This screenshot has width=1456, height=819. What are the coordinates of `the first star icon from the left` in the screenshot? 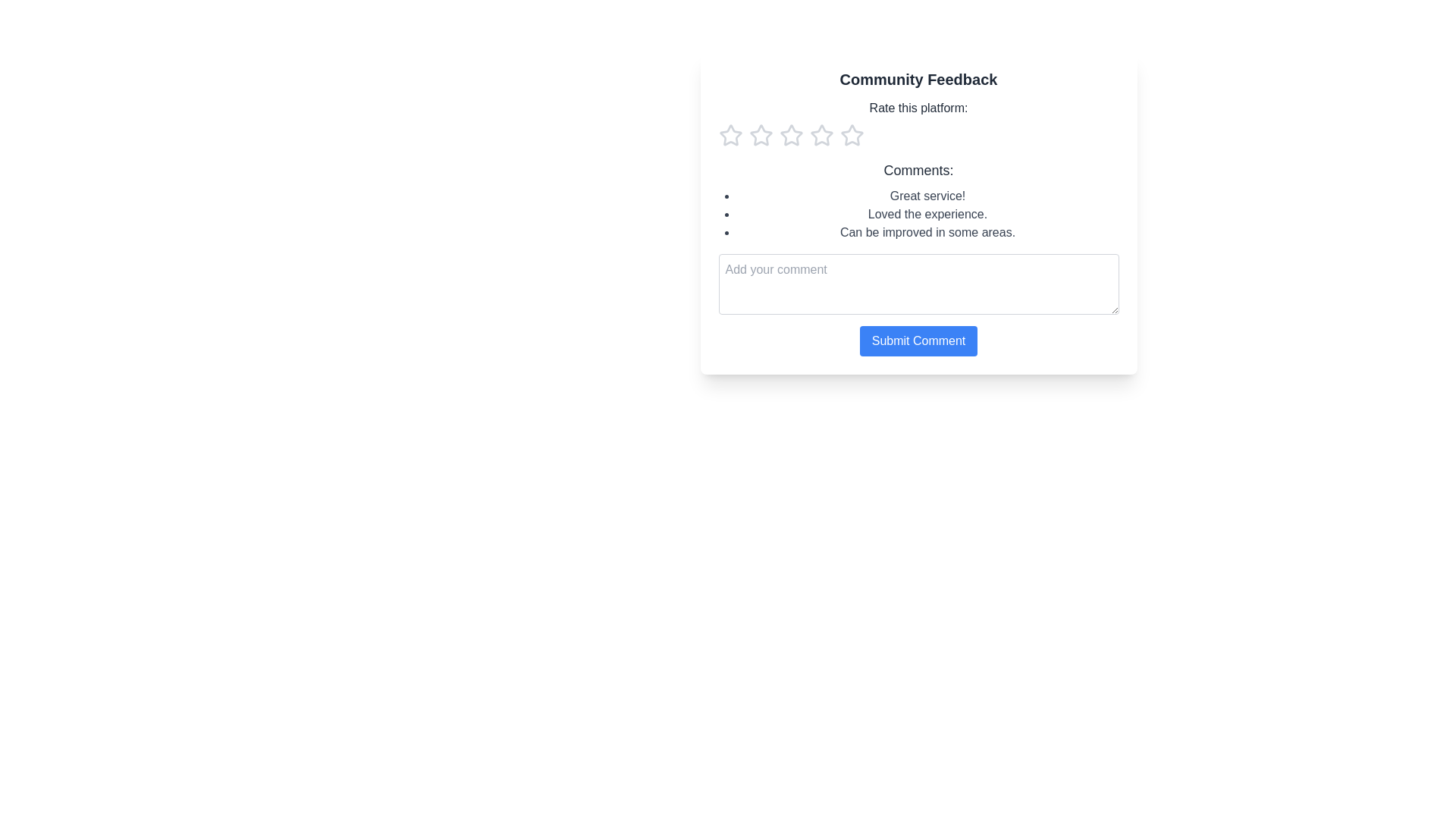 It's located at (761, 134).